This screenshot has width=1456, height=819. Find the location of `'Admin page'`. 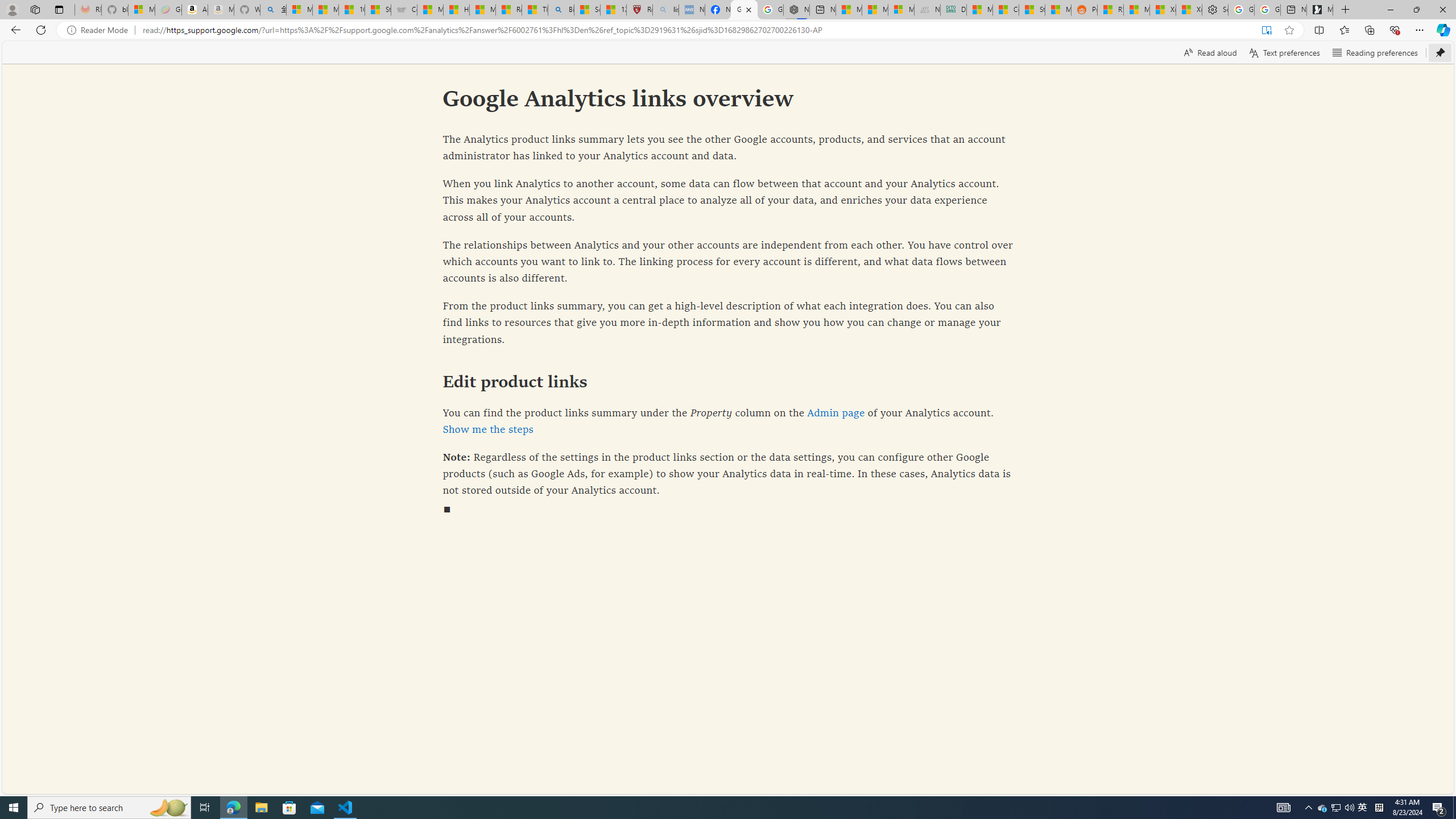

'Admin page' is located at coordinates (835, 412).